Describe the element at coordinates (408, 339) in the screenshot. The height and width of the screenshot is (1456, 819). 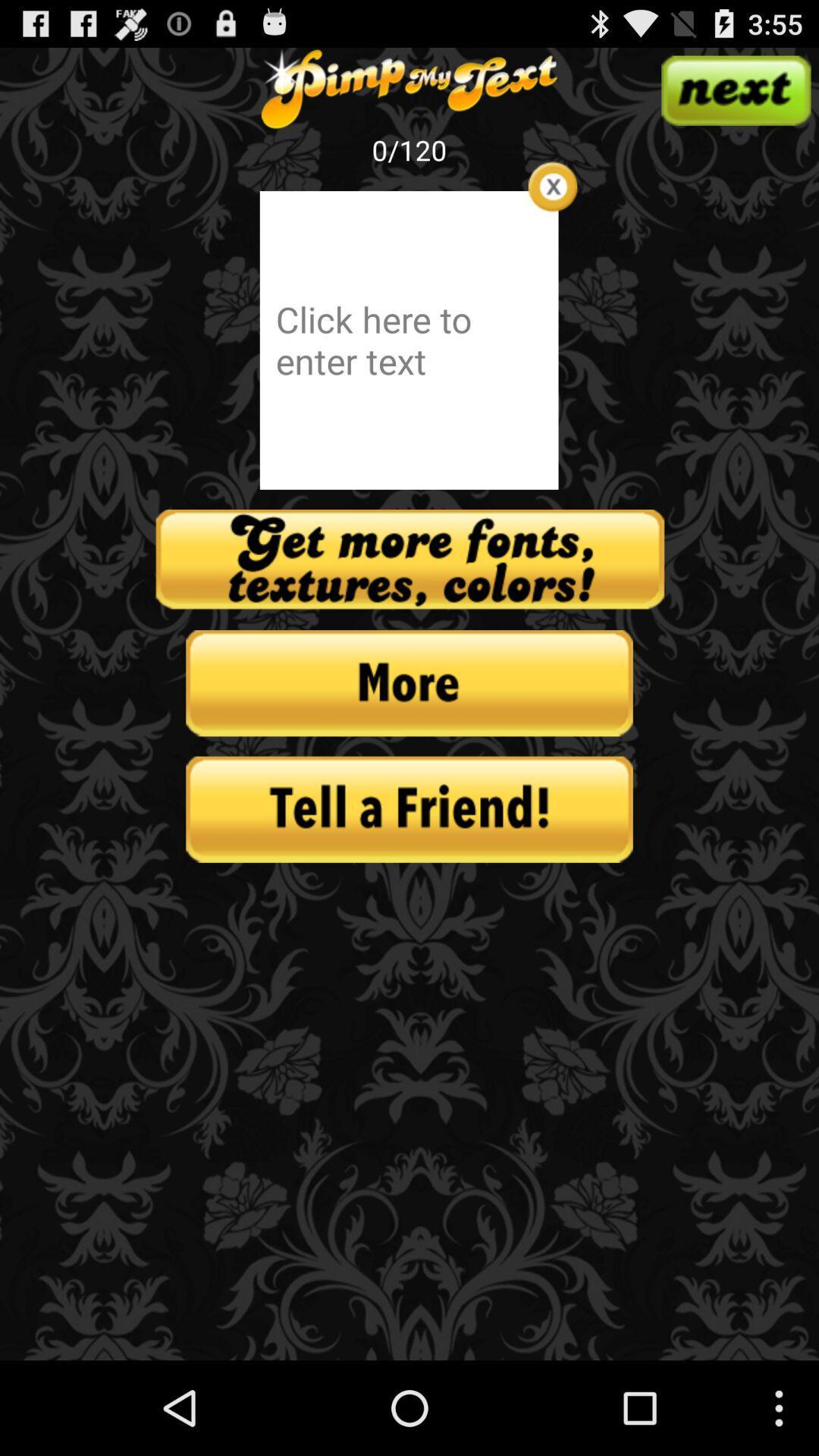
I see `click here` at that location.